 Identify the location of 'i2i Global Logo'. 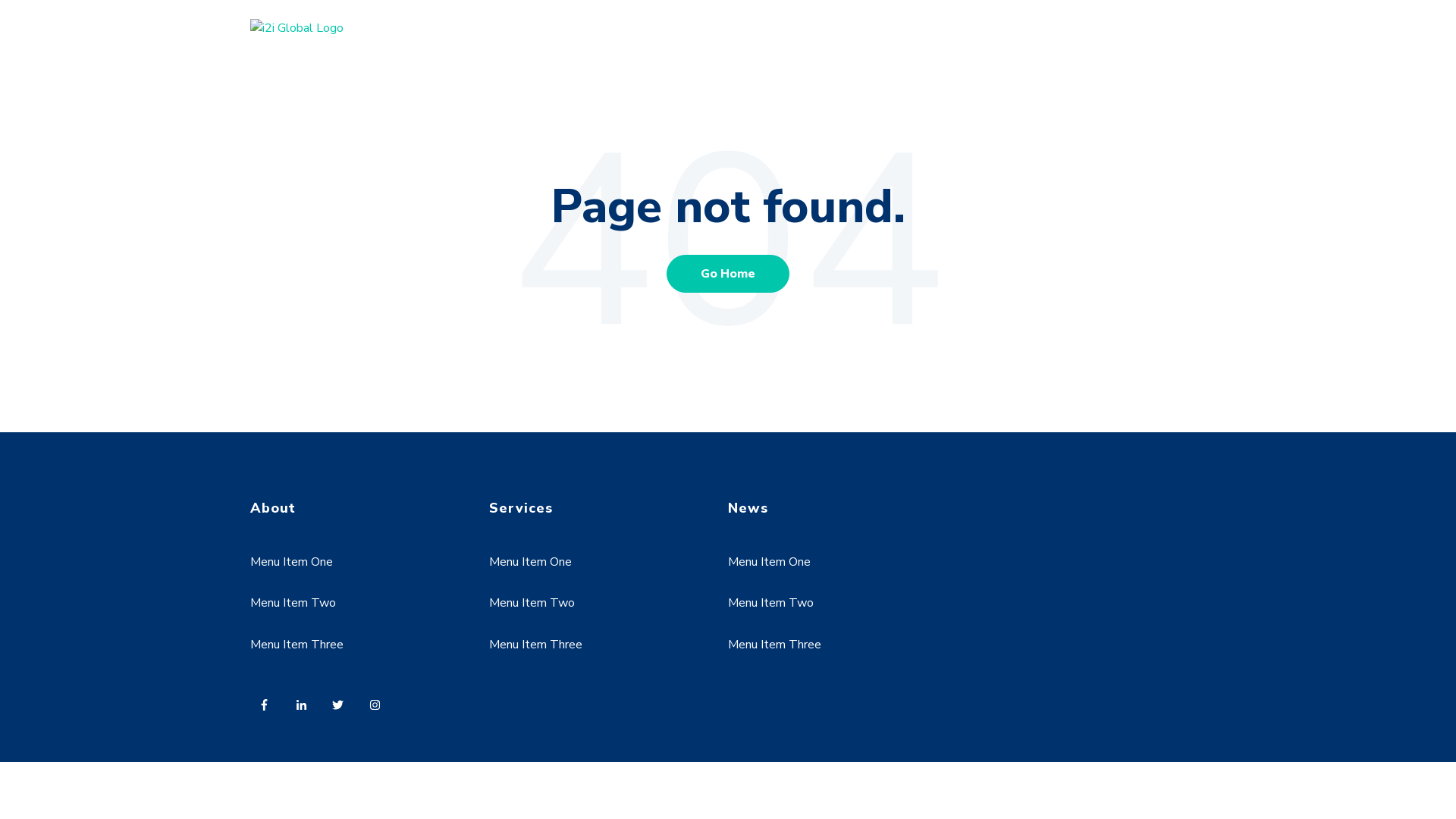
(297, 28).